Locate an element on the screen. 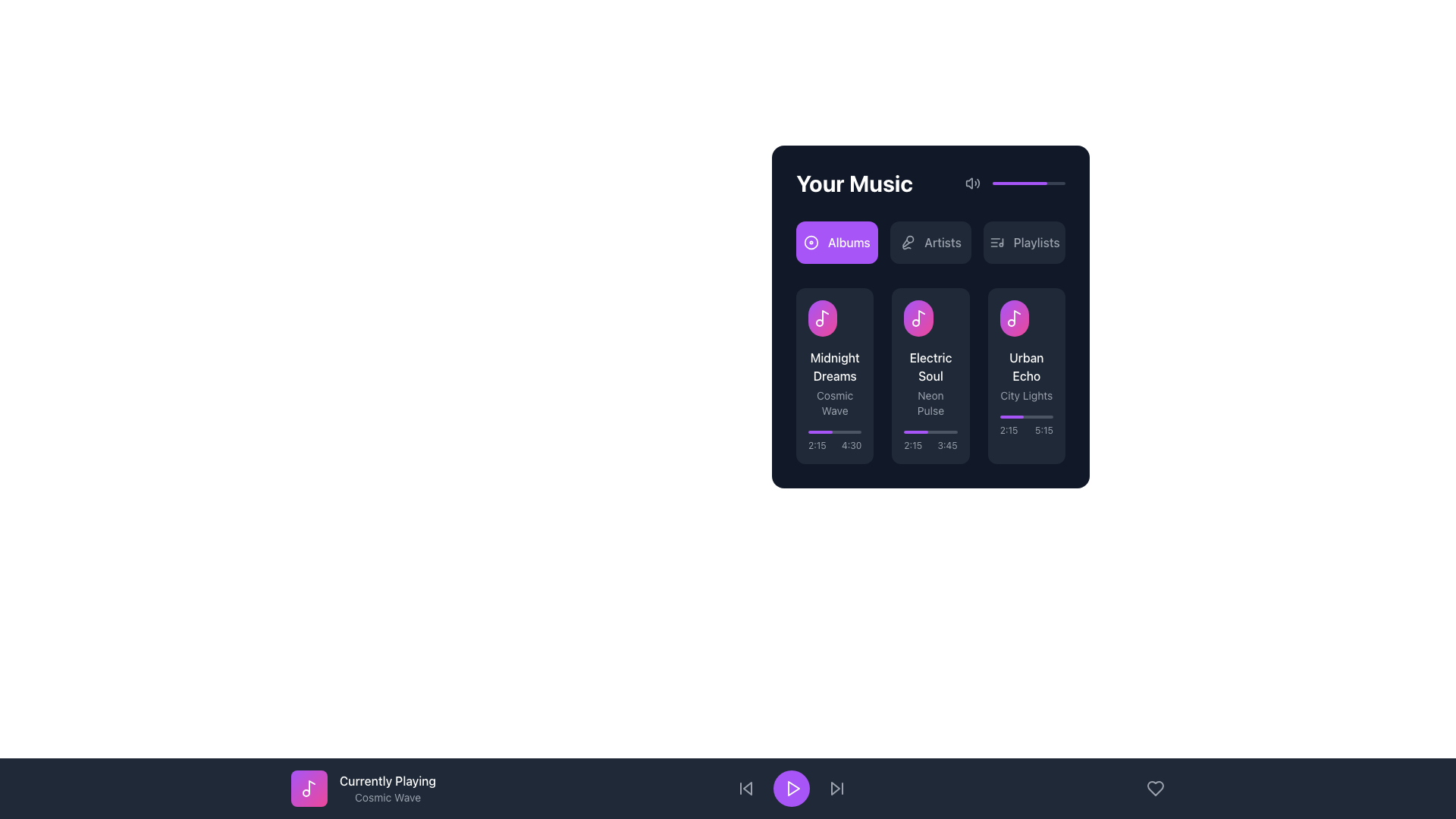 This screenshot has height=819, width=1456. 'Albums' text label within the button located in the top-left portion of the music navigation UI, which is visually represented in a purple rounded rectangle just below the 'Your Music' heading is located at coordinates (848, 242).